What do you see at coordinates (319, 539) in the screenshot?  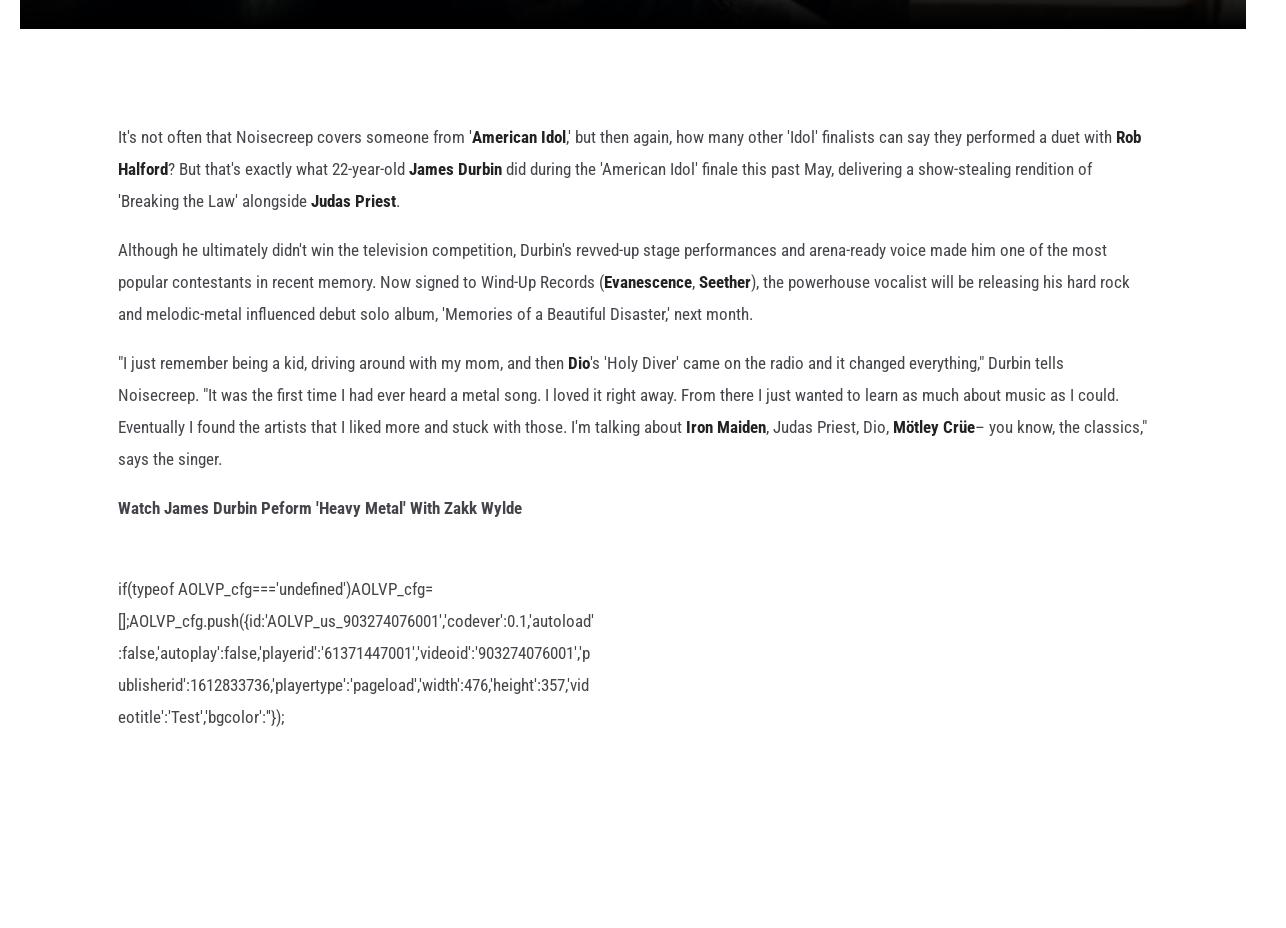 I see `'Watch James Durbin Peform 'Heavy Metal' With Zakk Wylde'` at bounding box center [319, 539].